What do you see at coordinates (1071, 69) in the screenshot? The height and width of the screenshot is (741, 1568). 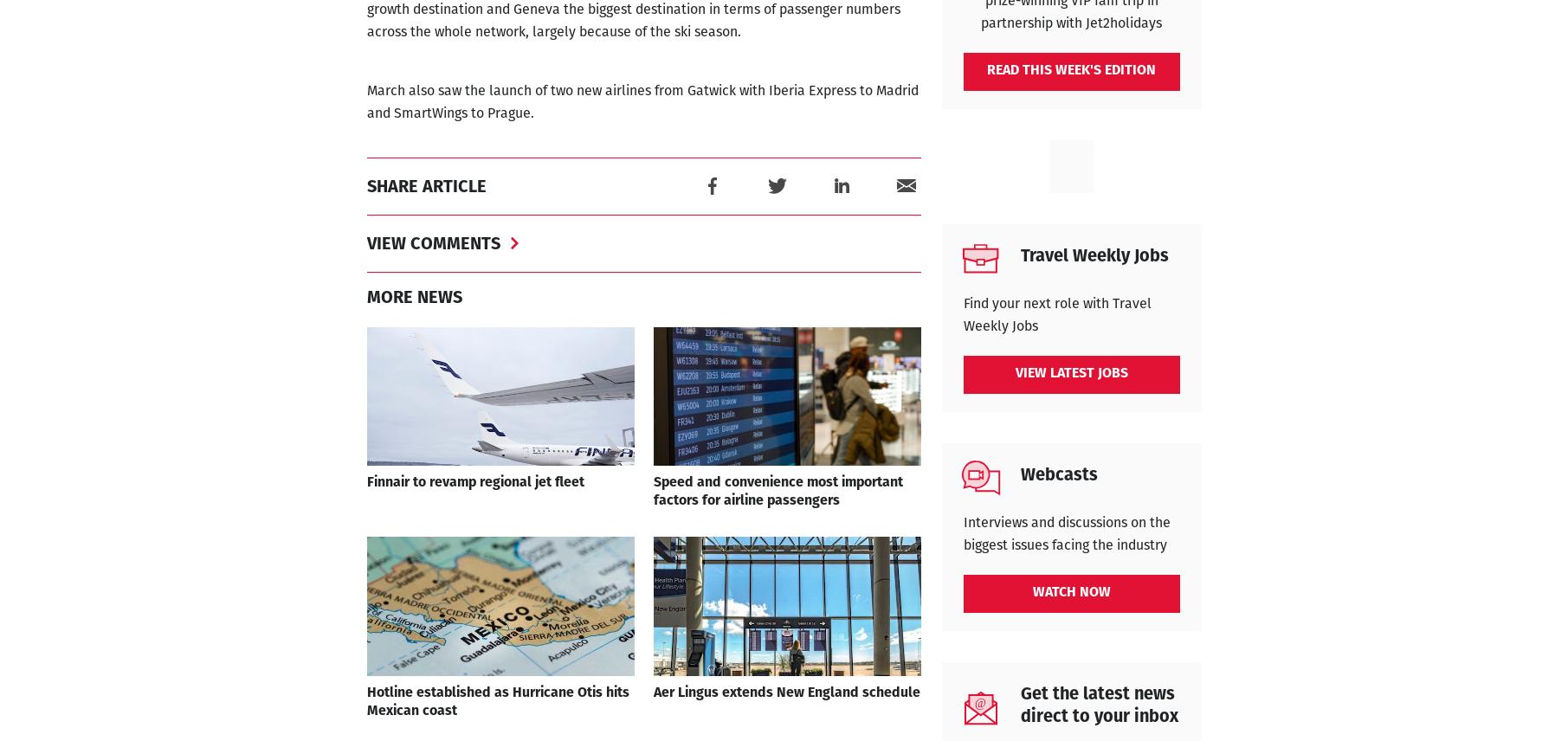 I see `'Read this week's edition'` at bounding box center [1071, 69].